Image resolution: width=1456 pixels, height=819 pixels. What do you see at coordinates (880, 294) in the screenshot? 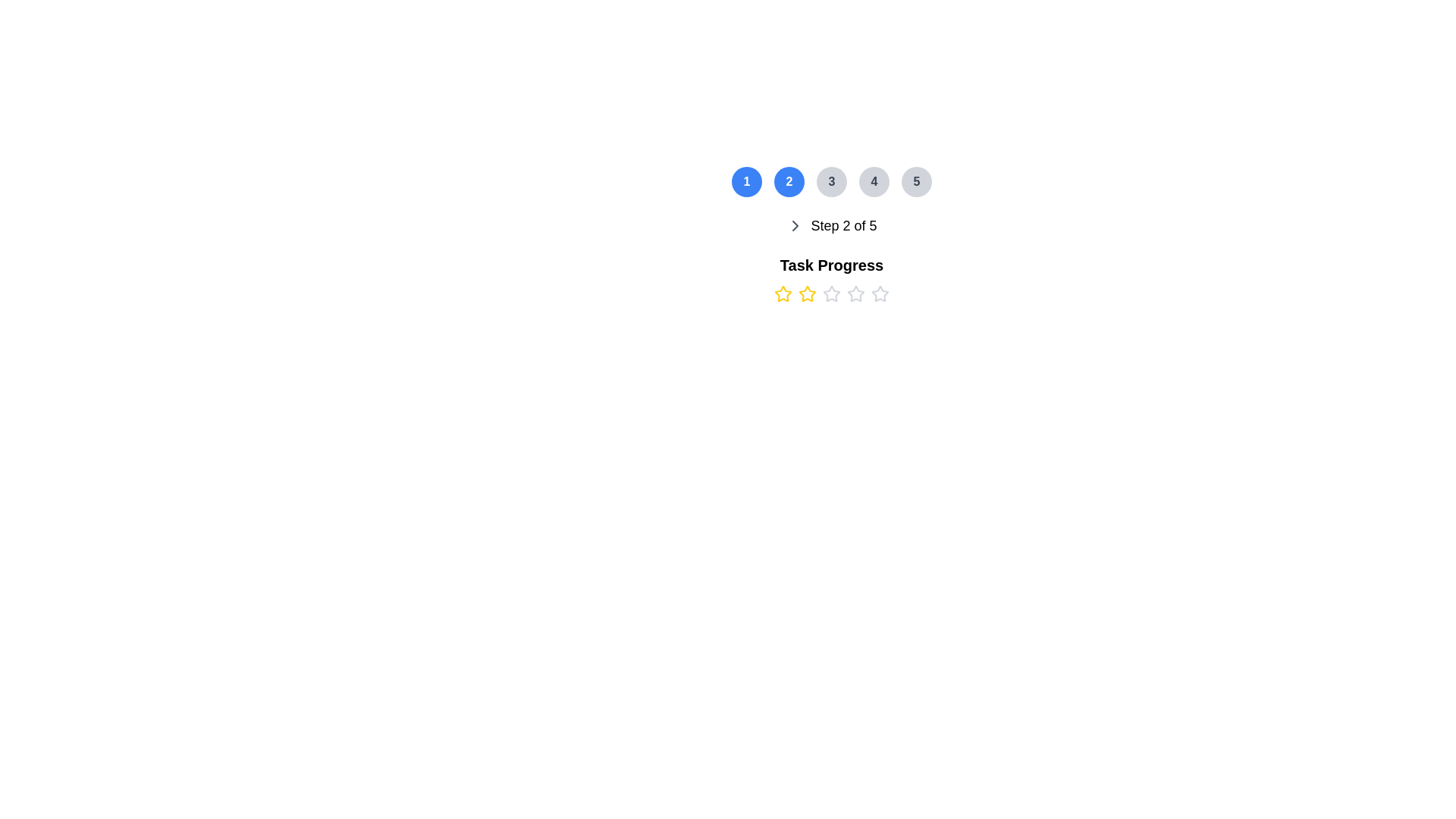
I see `the rightmost empty star icon in the sequence of five rating stars below the 'Task Progress' label` at bounding box center [880, 294].